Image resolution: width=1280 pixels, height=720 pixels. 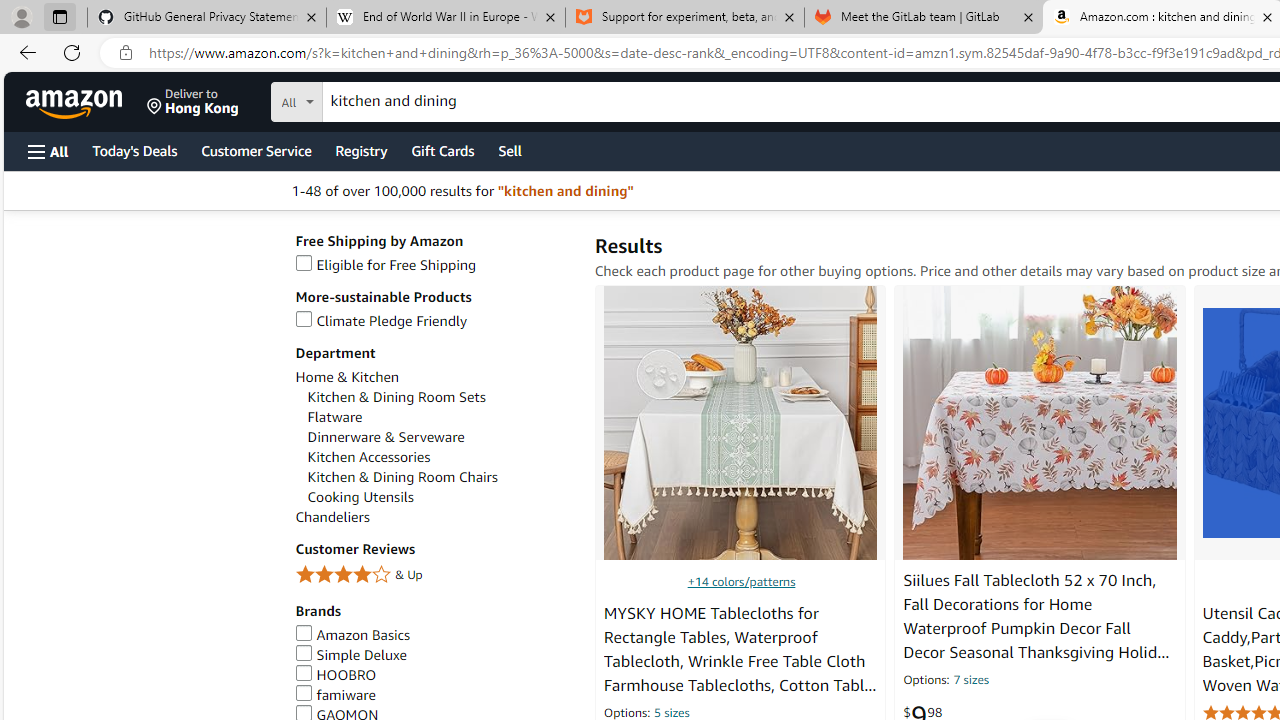 What do you see at coordinates (439, 457) in the screenshot?
I see `'Kitchen Accessories'` at bounding box center [439, 457].